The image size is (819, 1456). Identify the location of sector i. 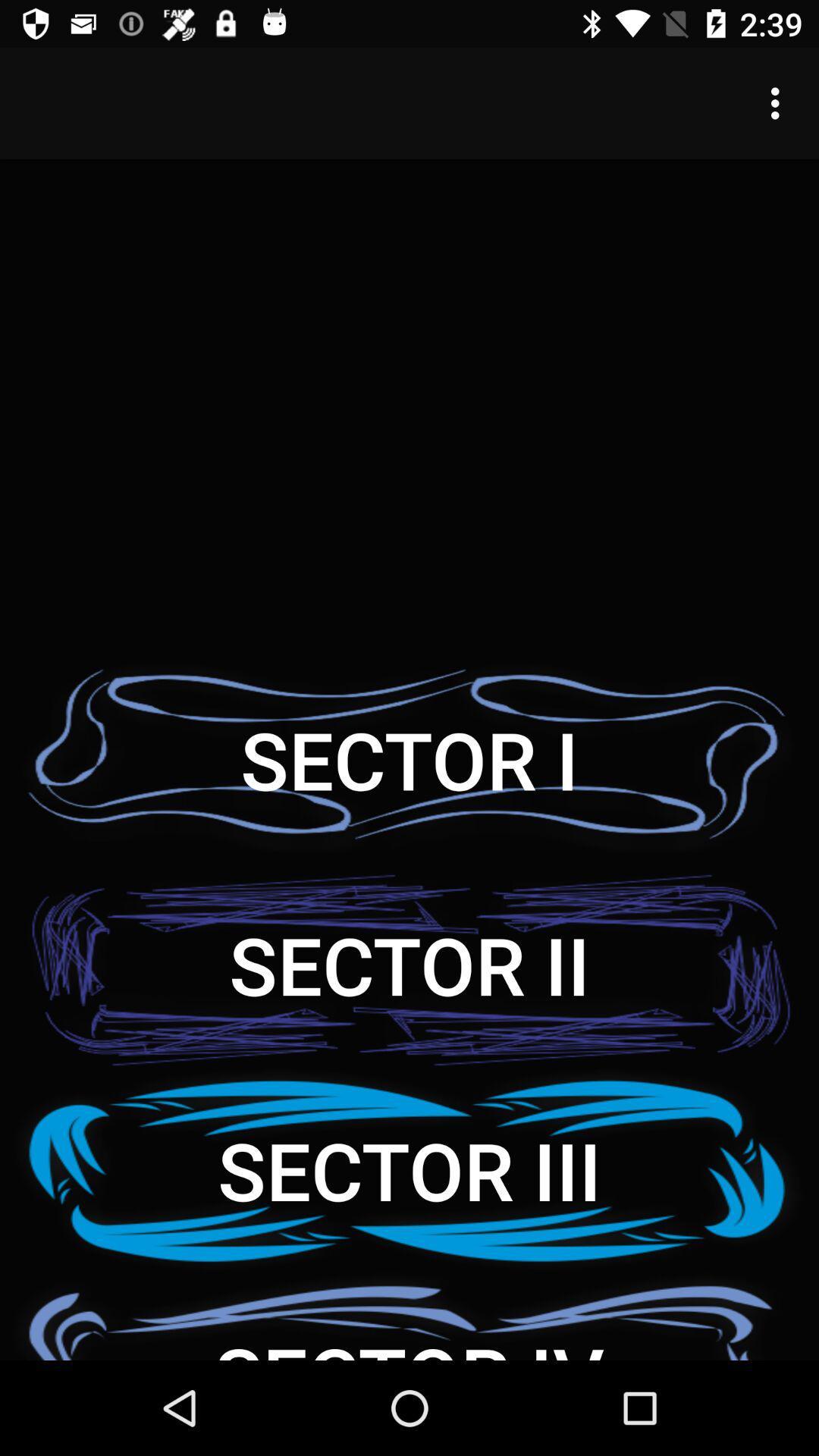
(409, 759).